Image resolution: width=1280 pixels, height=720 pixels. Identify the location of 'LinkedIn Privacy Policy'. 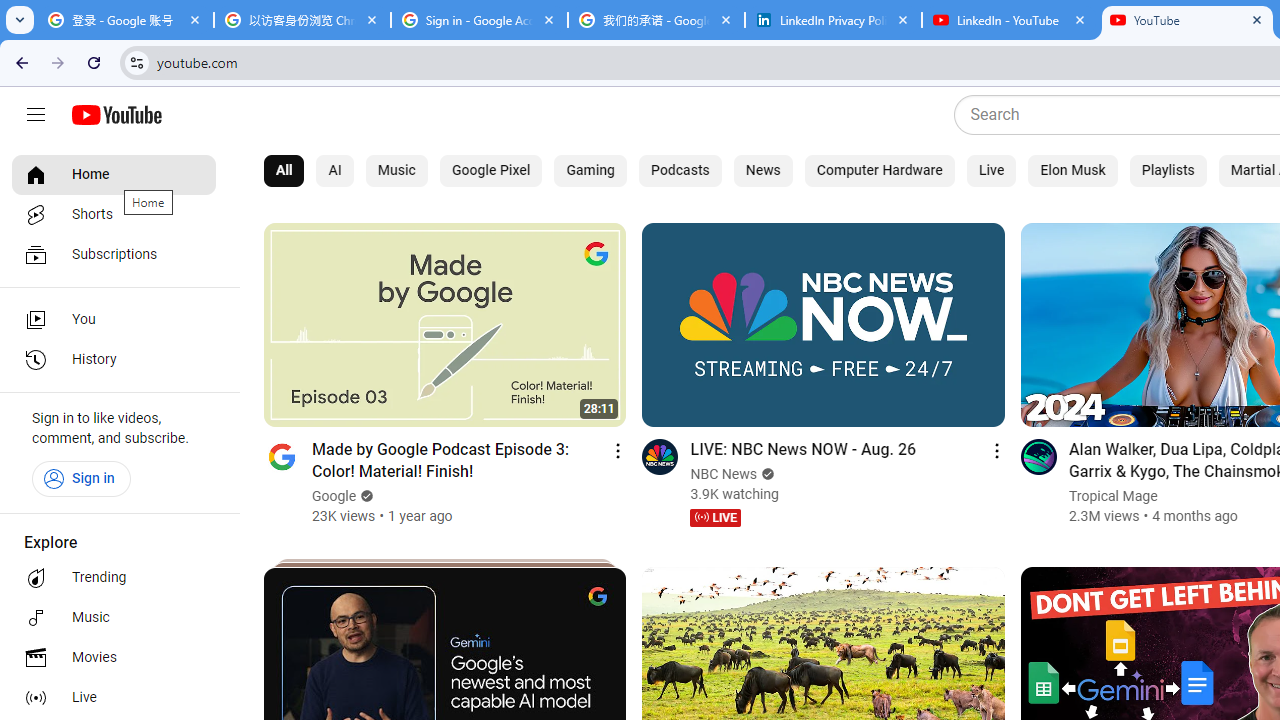
(833, 20).